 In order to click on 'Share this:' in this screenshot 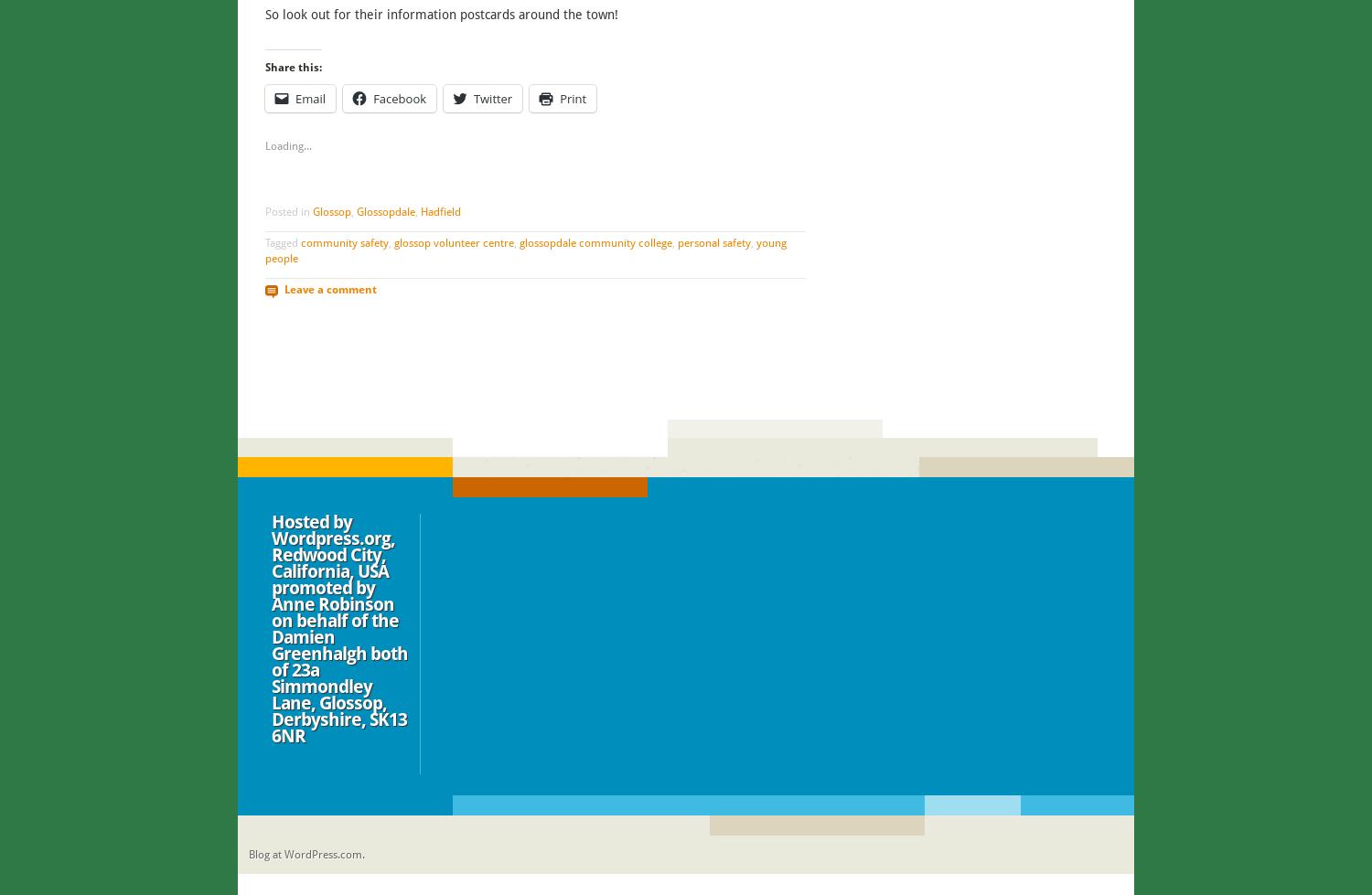, I will do `click(264, 67)`.